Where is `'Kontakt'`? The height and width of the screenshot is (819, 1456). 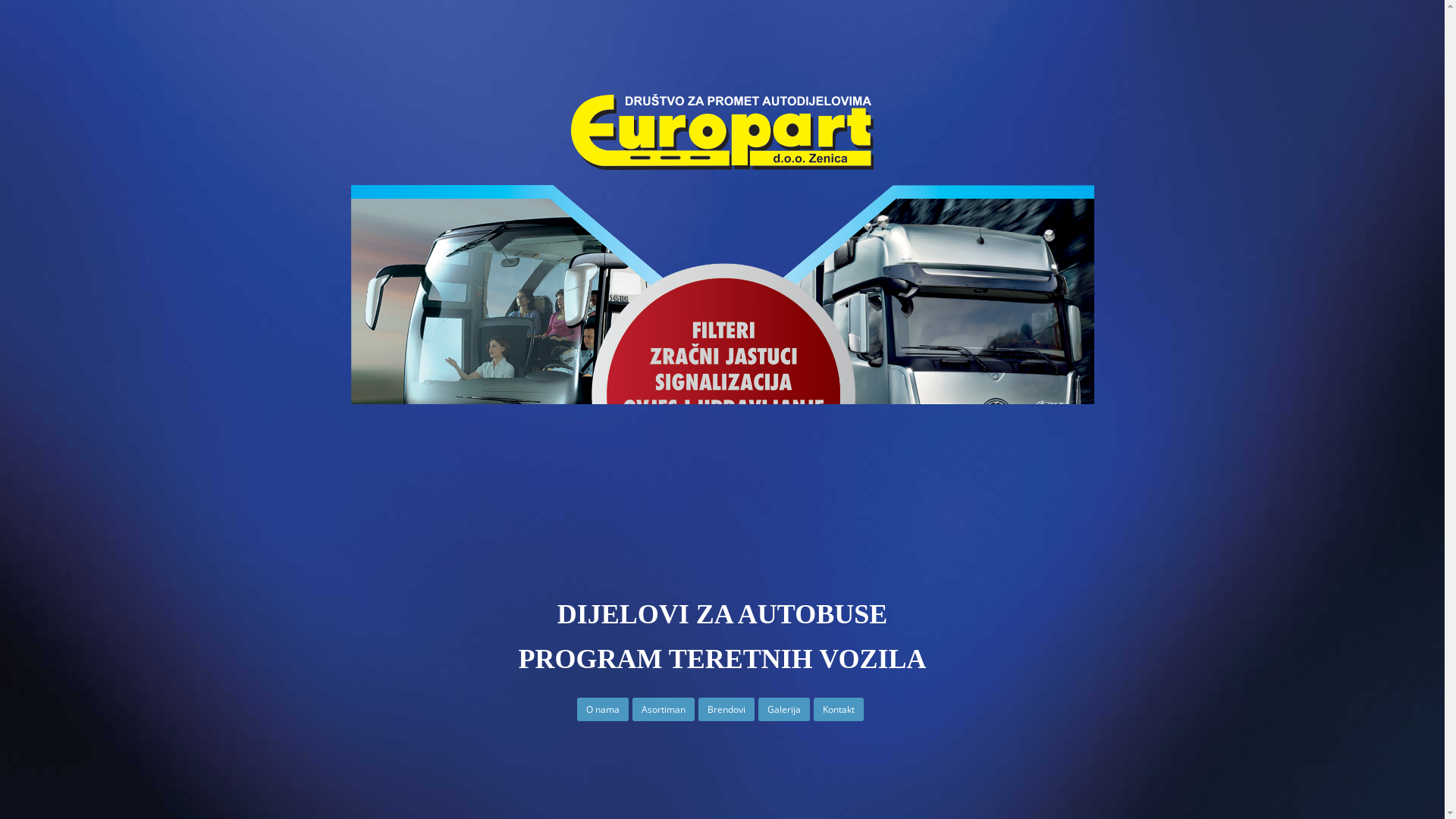
'Kontakt' is located at coordinates (837, 710).